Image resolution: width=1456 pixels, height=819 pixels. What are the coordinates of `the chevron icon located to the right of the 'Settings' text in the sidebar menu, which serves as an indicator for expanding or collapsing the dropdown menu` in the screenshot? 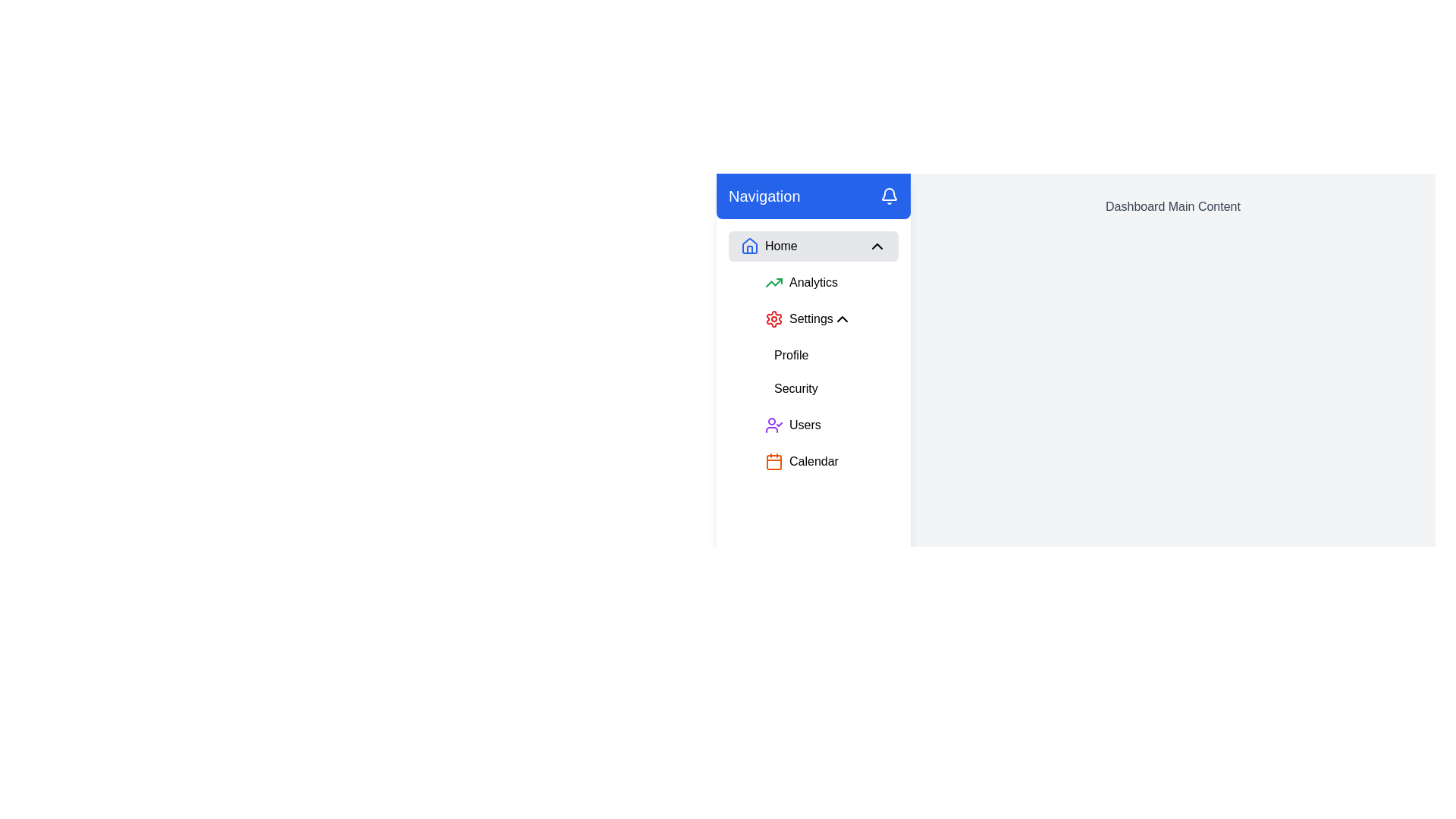 It's located at (841, 318).